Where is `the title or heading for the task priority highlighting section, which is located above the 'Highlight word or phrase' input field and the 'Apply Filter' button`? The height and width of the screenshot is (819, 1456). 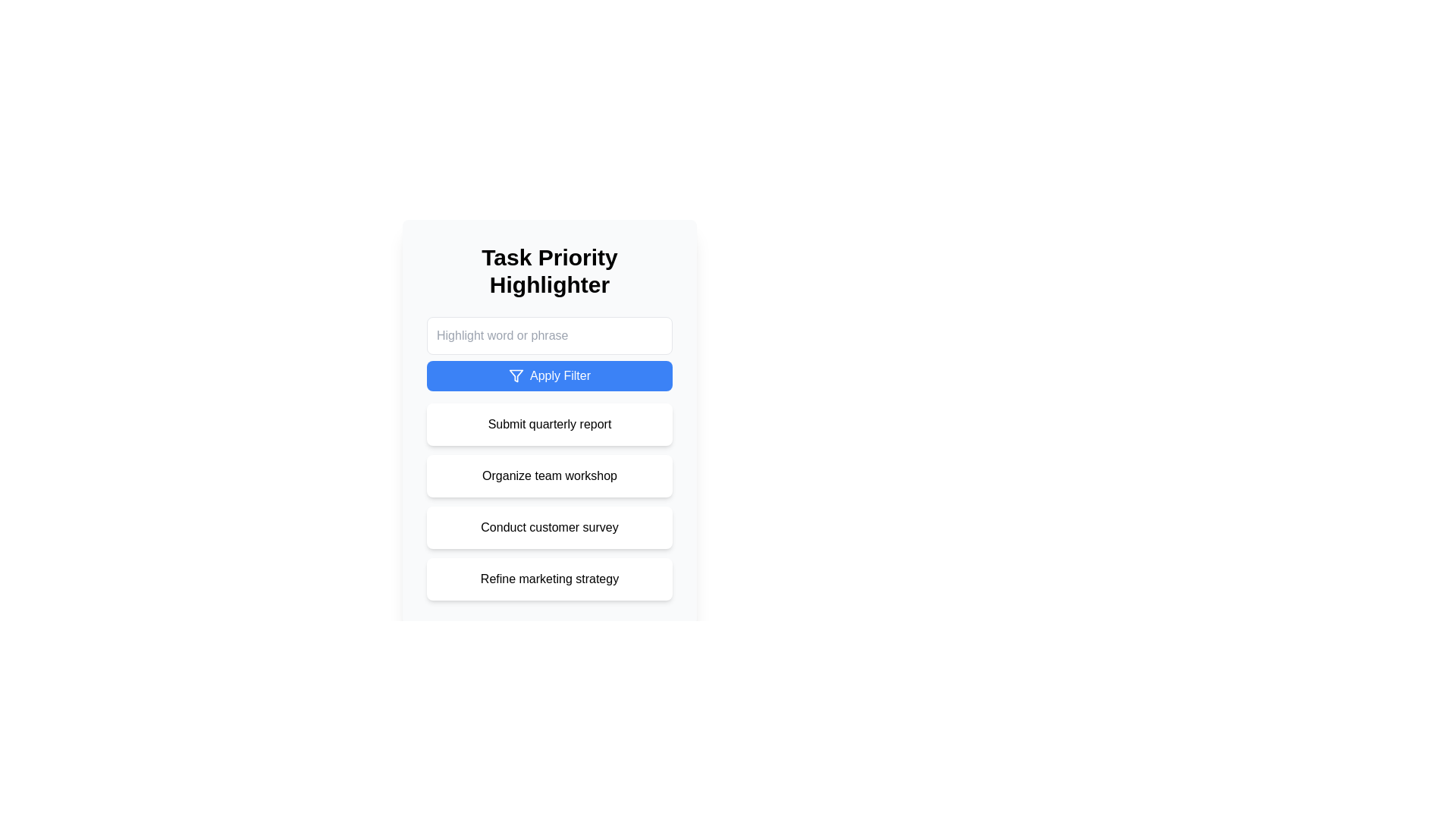
the title or heading for the task priority highlighting section, which is located above the 'Highlight word or phrase' input field and the 'Apply Filter' button is located at coordinates (548, 271).